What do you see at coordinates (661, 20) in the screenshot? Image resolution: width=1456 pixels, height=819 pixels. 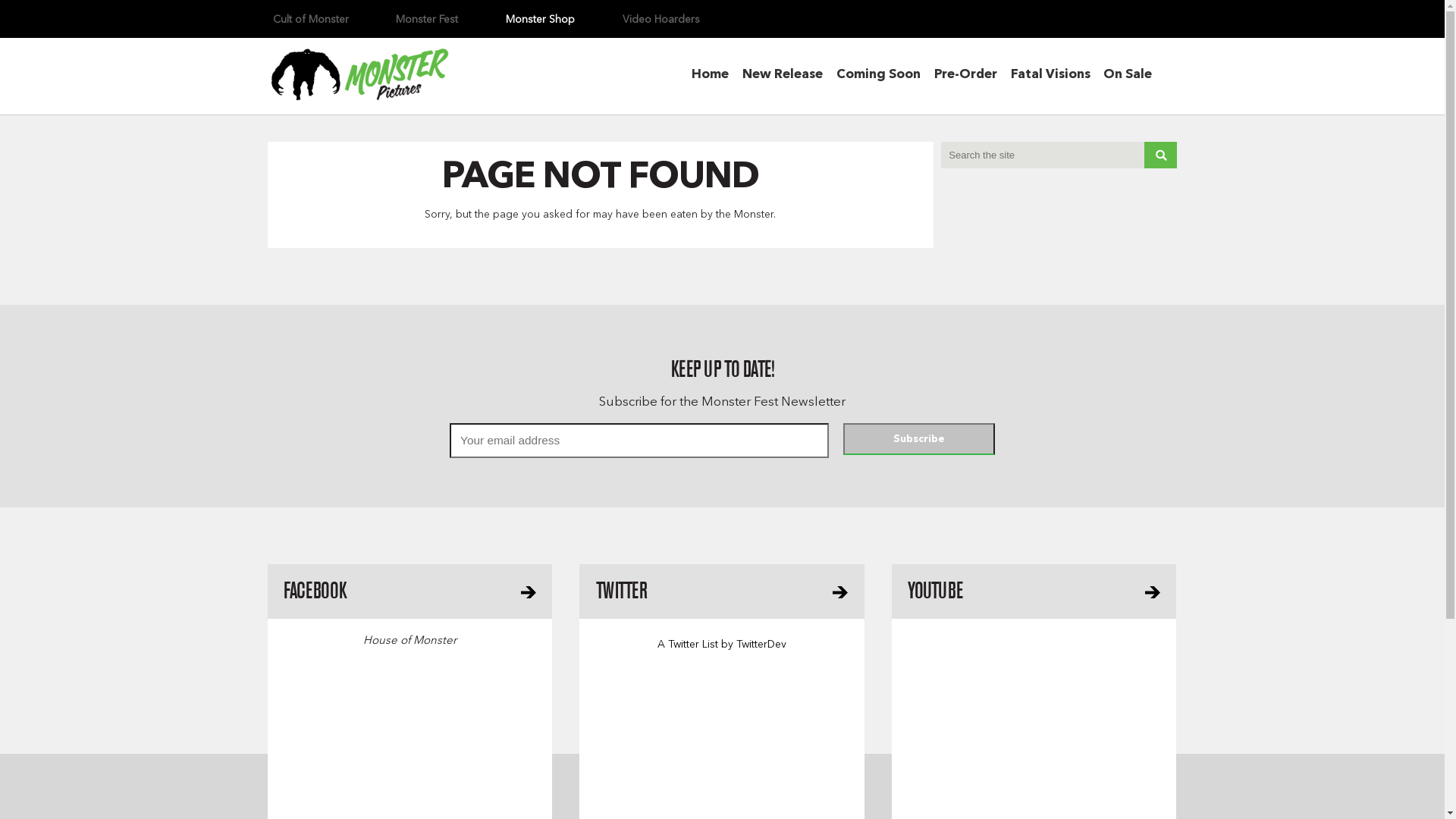 I see `'Video Hoarders'` at bounding box center [661, 20].